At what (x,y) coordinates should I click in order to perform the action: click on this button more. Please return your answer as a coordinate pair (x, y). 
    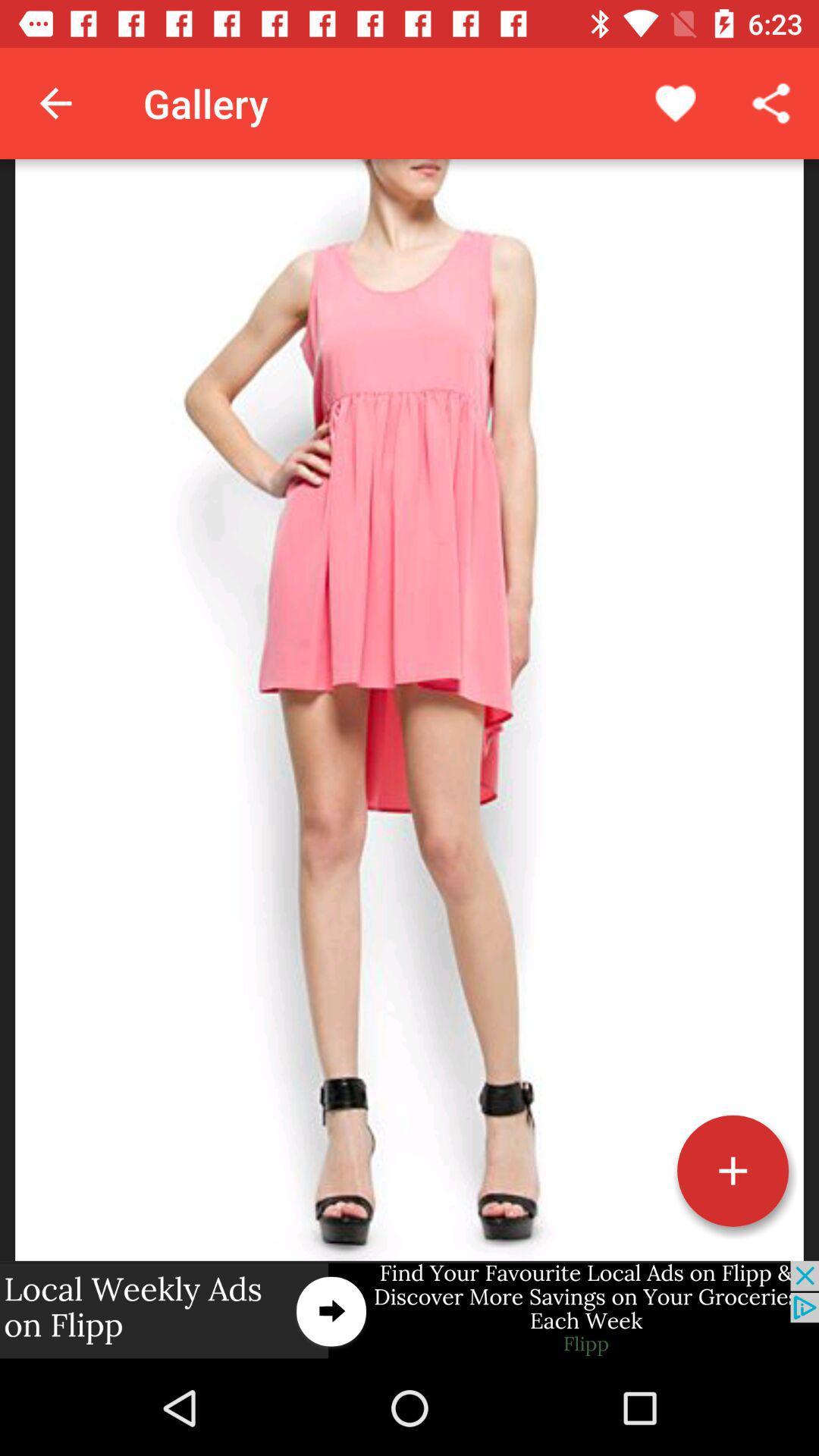
    Looking at the image, I should click on (732, 1170).